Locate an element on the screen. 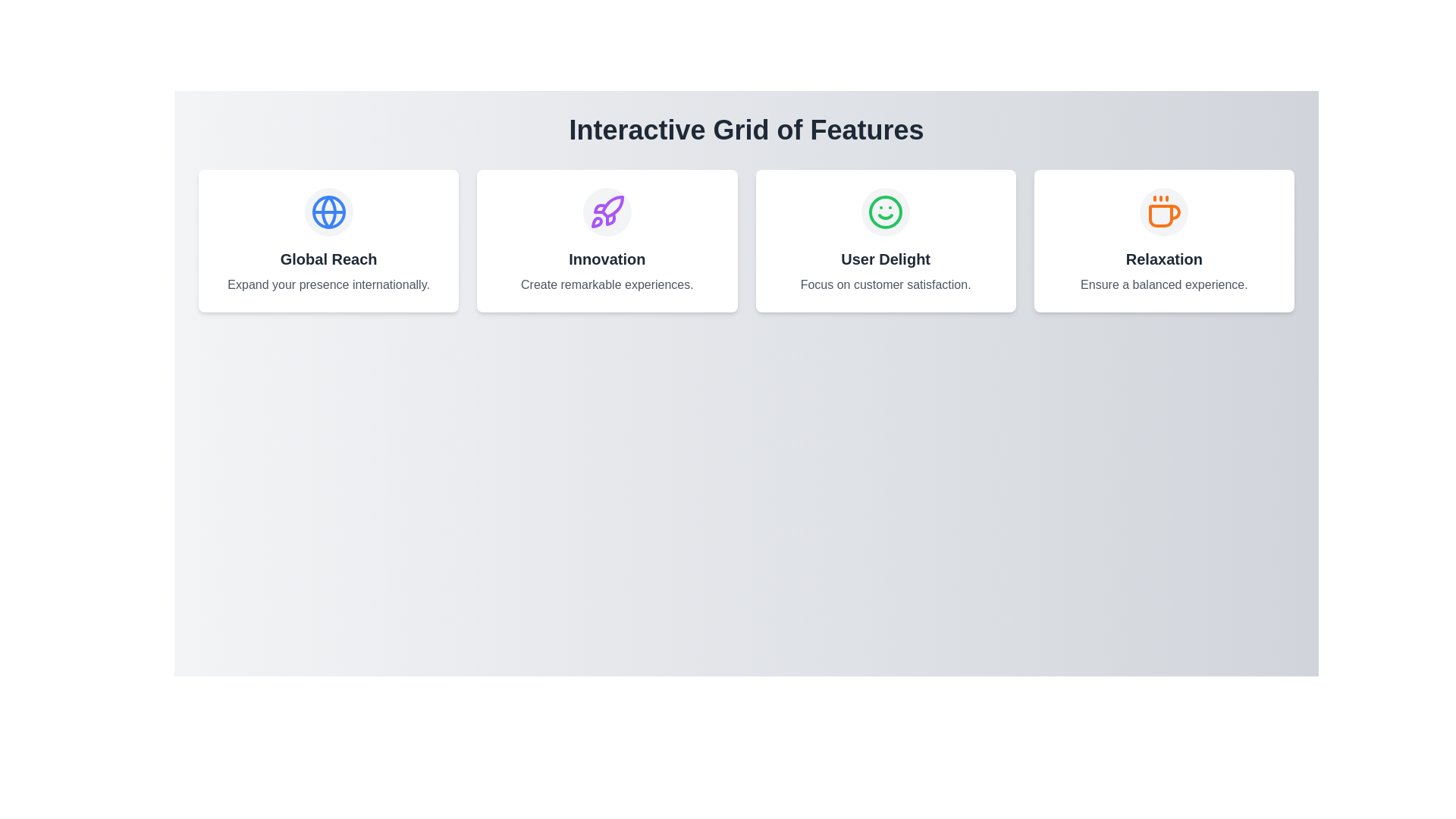  the decorative icon representing 'Global Reach' located at the top center of the first card in the grid of features is located at coordinates (328, 212).